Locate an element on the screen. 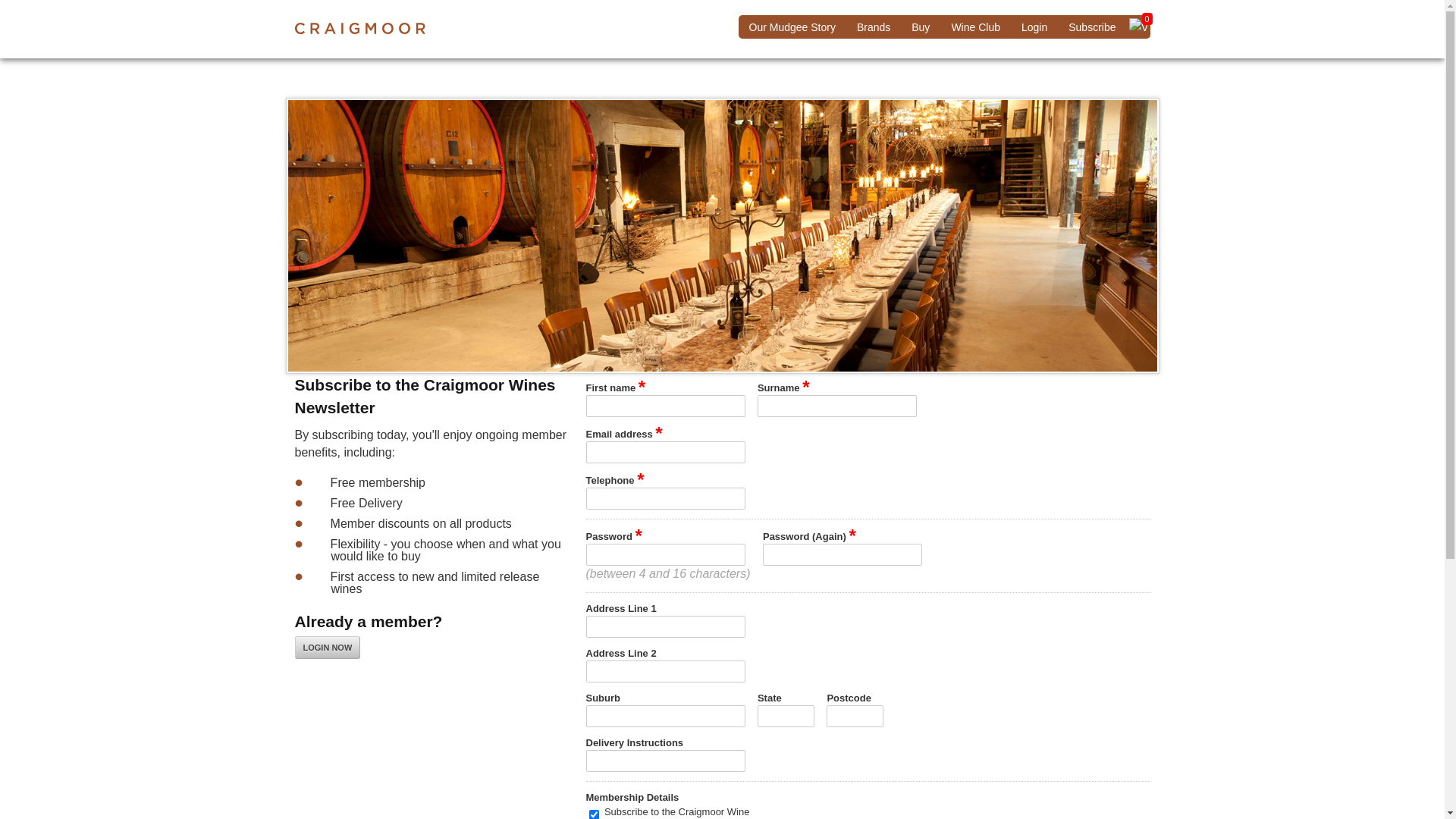 The height and width of the screenshot is (819, 1456). 'Subscribe' is located at coordinates (1092, 27).